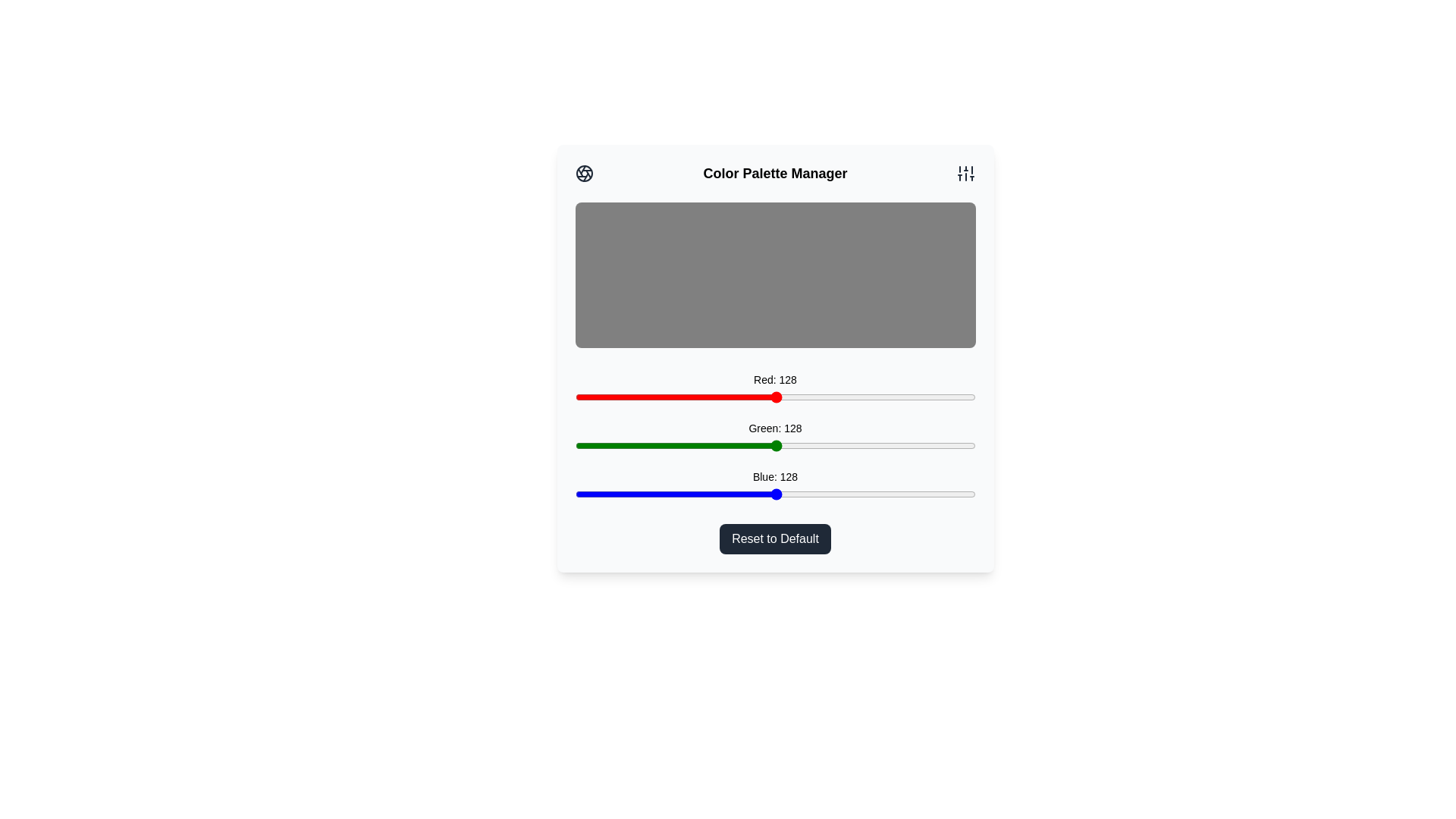 This screenshot has height=819, width=1456. Describe the element at coordinates (813, 494) in the screenshot. I see `the blue slider to set the blue intensity to 152` at that location.